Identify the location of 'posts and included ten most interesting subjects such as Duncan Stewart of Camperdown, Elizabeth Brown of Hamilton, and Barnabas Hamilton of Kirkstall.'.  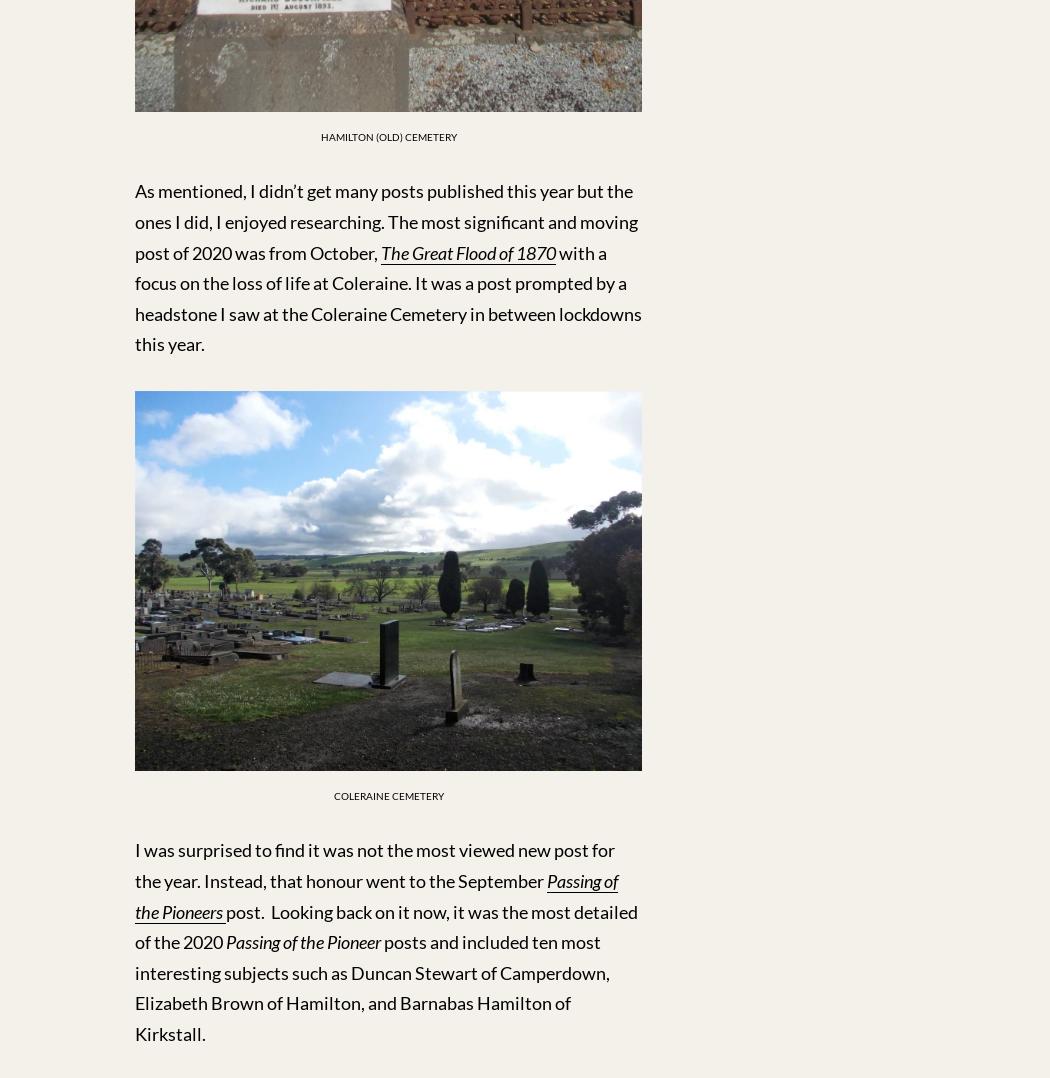
(134, 987).